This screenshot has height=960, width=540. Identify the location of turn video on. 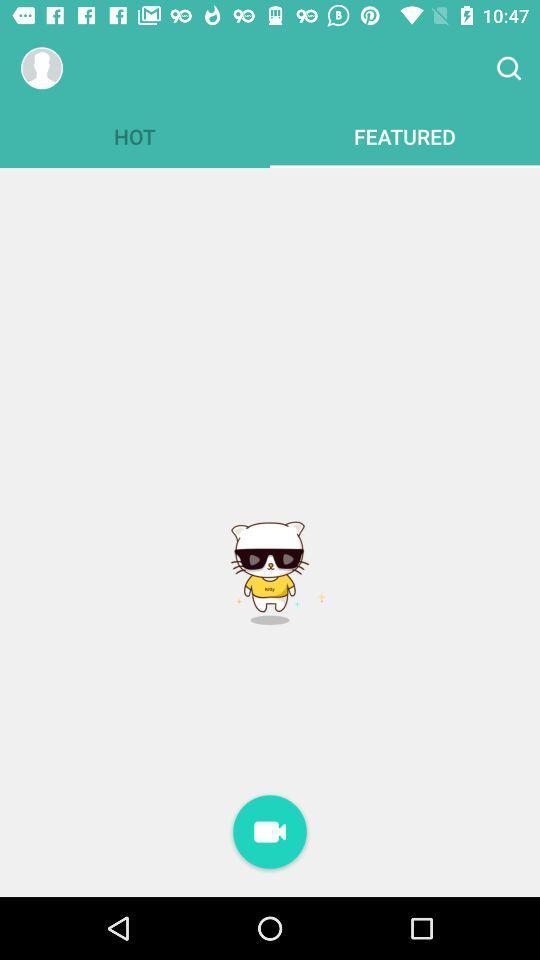
(270, 833).